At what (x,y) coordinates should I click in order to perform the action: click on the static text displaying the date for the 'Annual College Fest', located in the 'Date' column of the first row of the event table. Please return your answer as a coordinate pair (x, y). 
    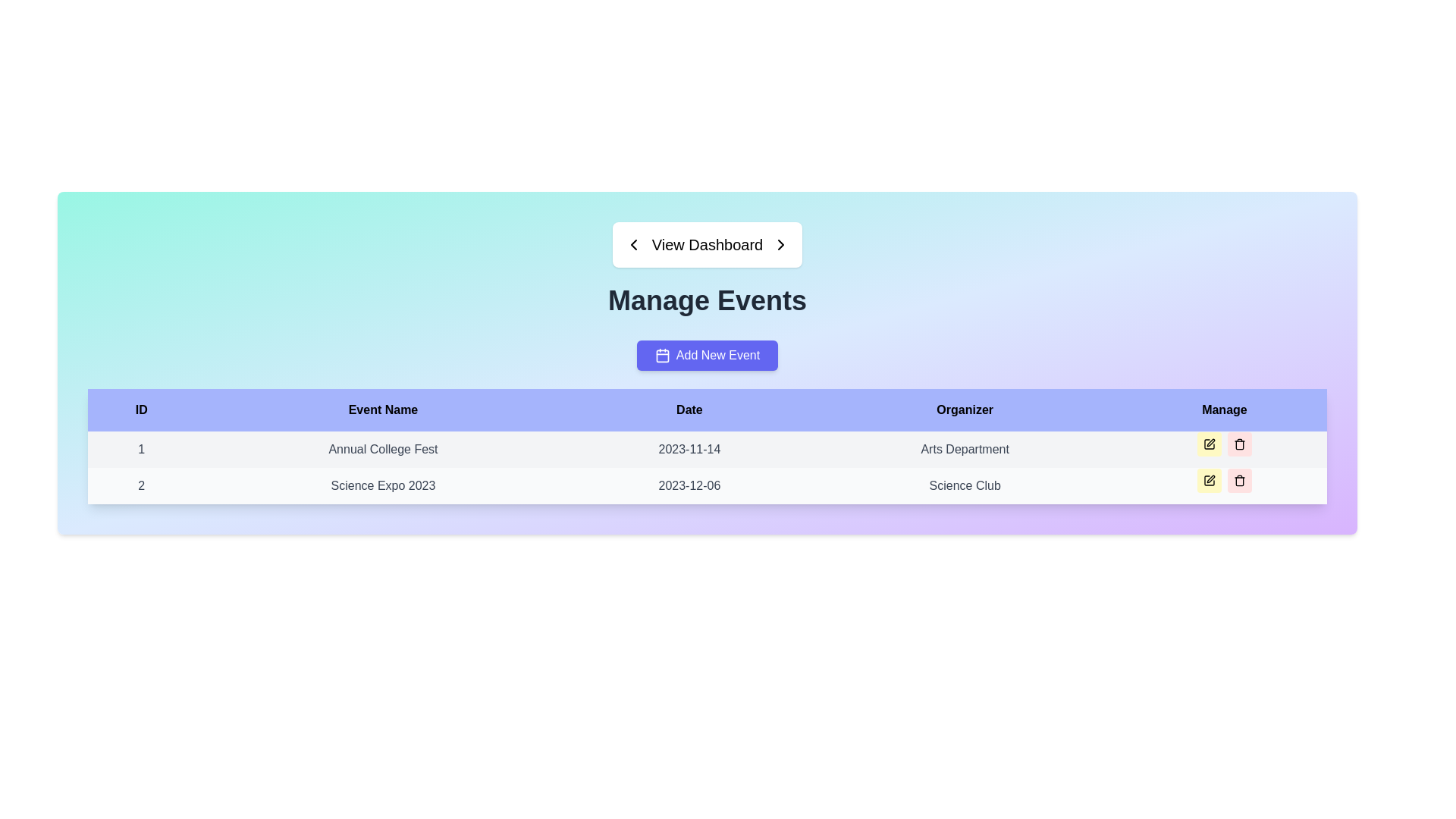
    Looking at the image, I should click on (689, 449).